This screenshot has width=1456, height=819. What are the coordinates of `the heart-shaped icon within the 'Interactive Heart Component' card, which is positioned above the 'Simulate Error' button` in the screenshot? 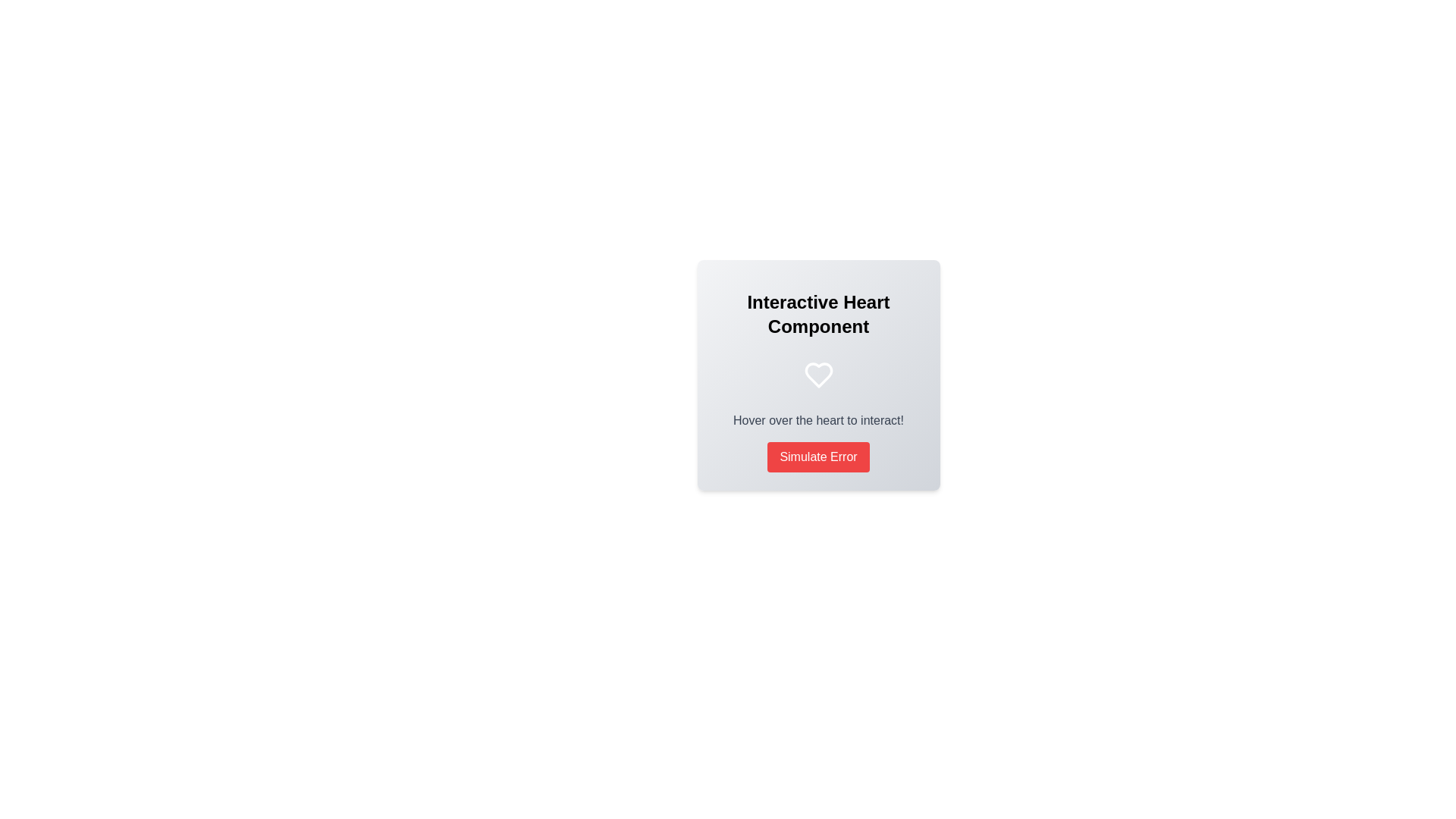 It's located at (817, 375).